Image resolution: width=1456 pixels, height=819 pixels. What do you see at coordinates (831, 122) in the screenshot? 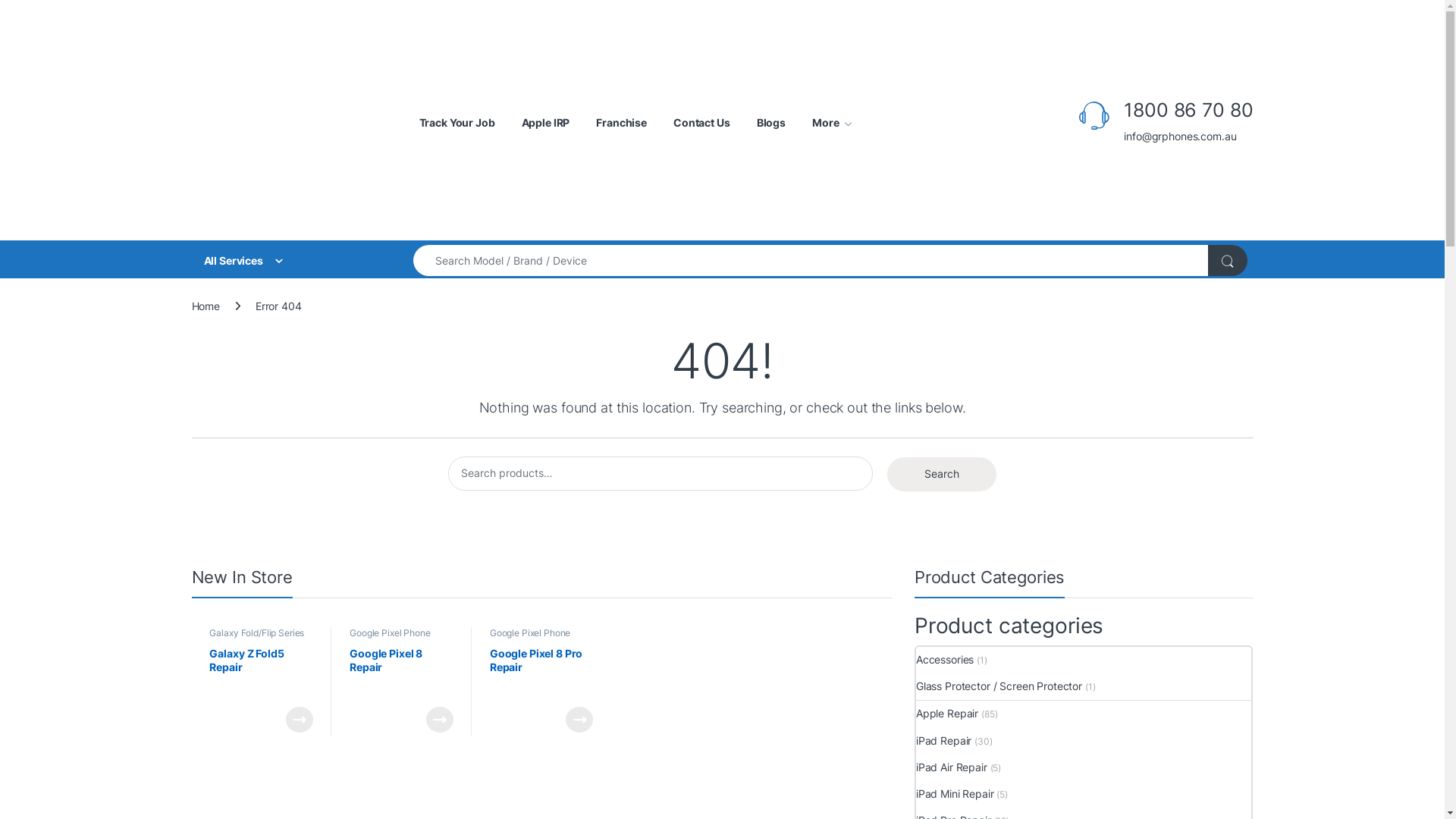
I see `'More'` at bounding box center [831, 122].